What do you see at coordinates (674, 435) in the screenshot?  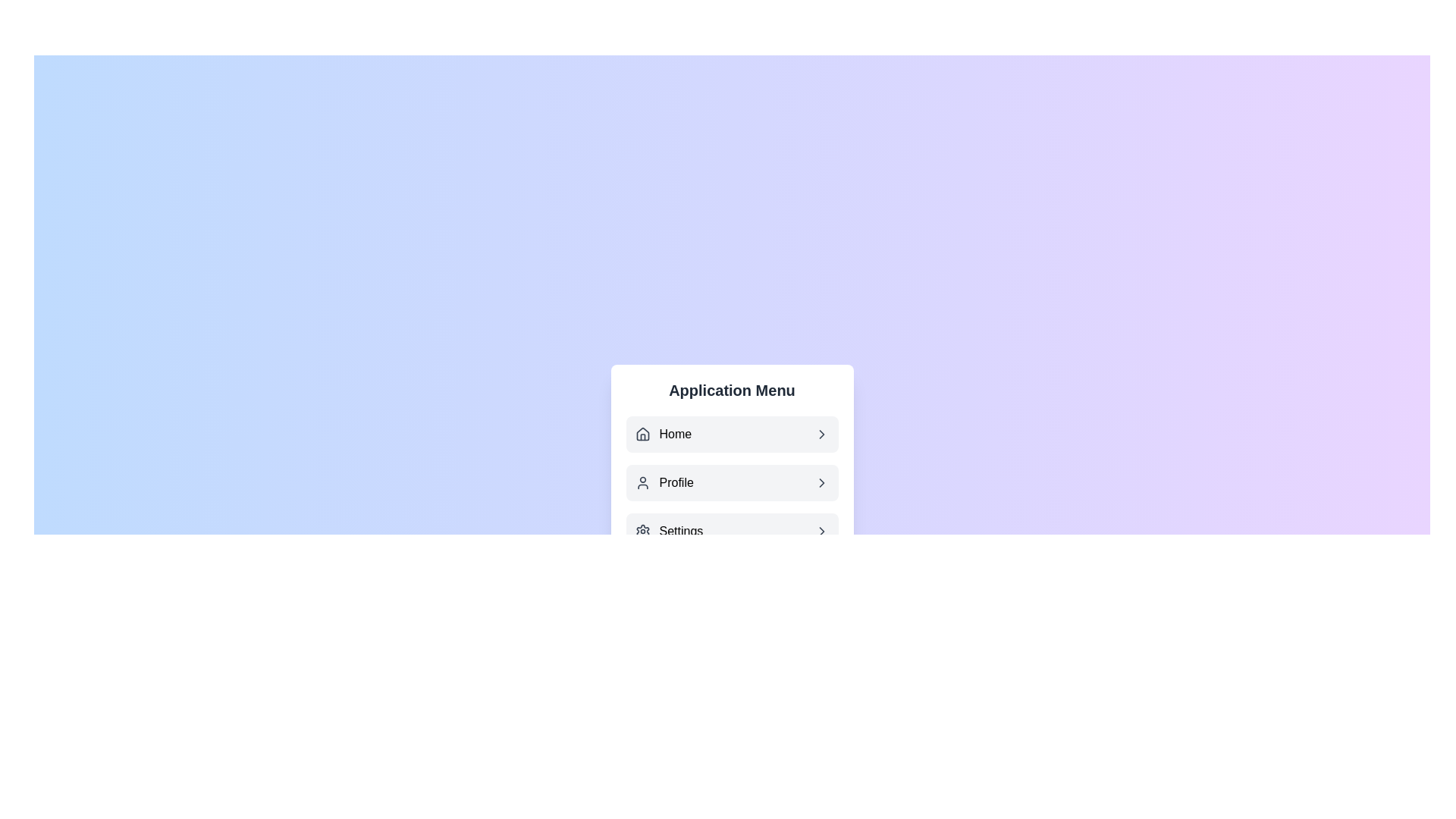 I see `the 'Home' text label in the application menu` at bounding box center [674, 435].